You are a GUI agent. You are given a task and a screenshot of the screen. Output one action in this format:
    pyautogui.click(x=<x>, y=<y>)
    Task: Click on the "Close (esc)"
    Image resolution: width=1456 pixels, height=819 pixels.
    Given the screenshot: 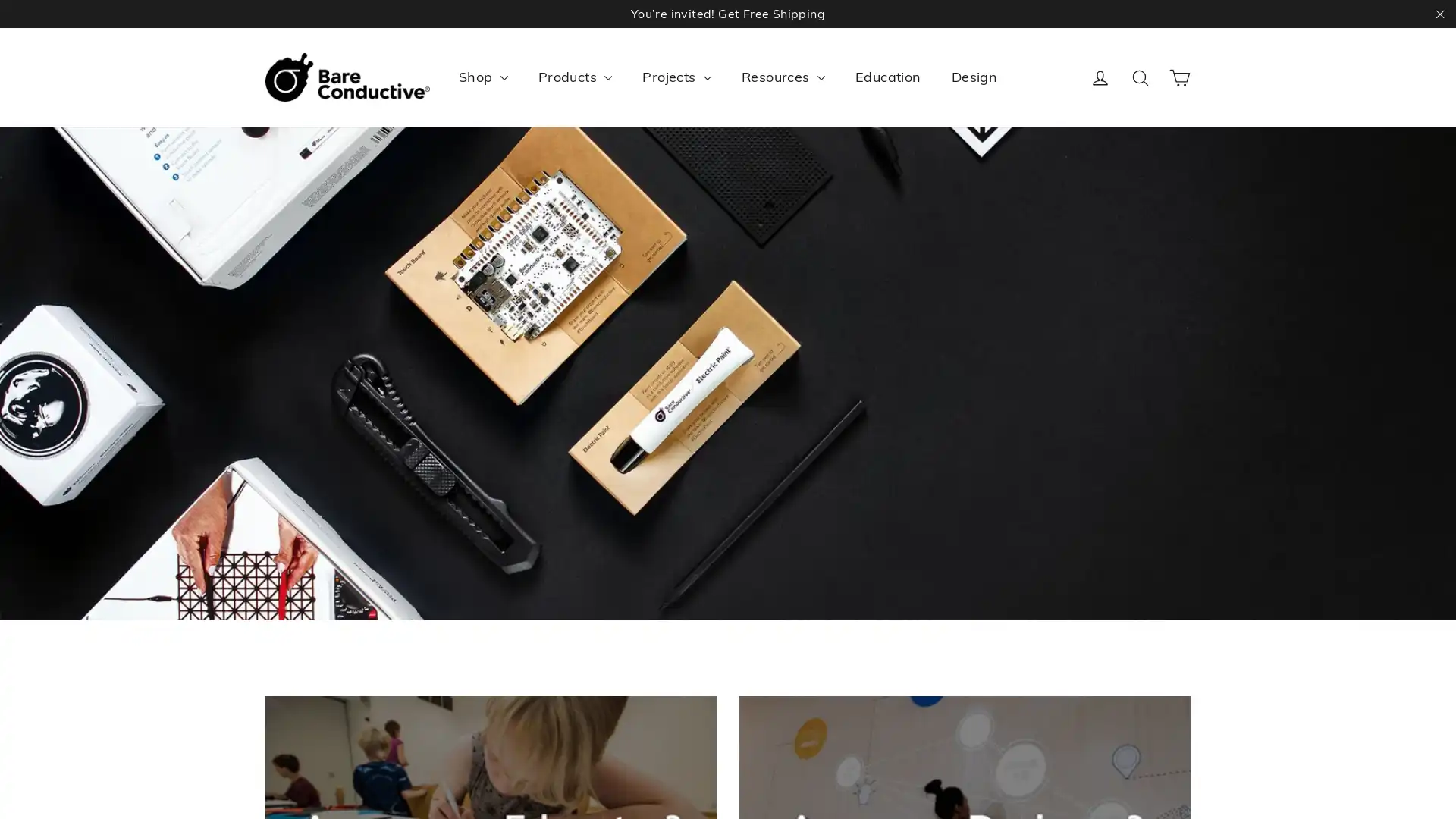 What is the action you would take?
    pyautogui.click(x=930, y=301)
    